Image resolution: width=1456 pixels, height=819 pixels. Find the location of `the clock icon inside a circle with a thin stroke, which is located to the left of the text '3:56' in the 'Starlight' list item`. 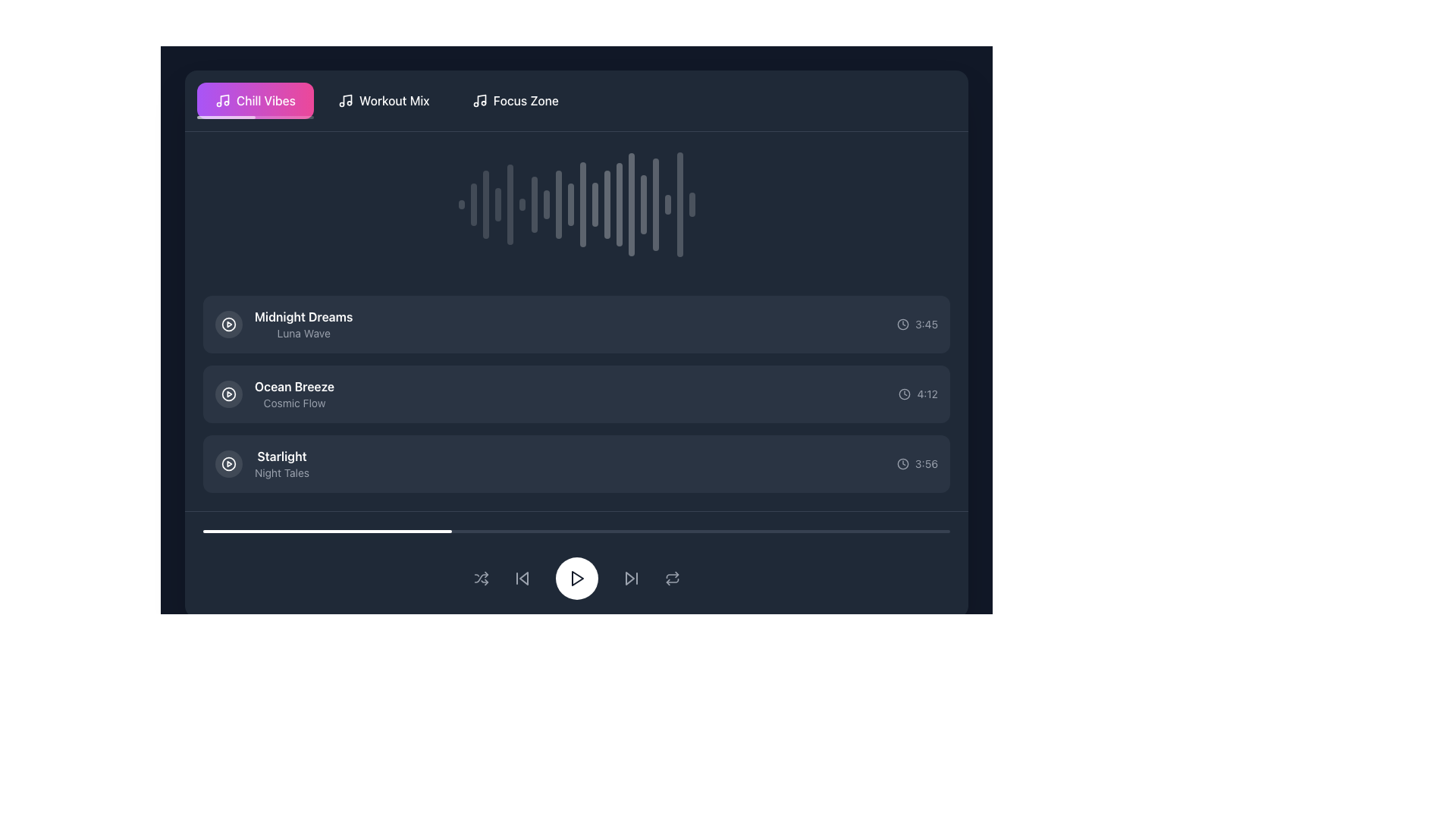

the clock icon inside a circle with a thin stroke, which is located to the left of the text '3:56' in the 'Starlight' list item is located at coordinates (902, 463).